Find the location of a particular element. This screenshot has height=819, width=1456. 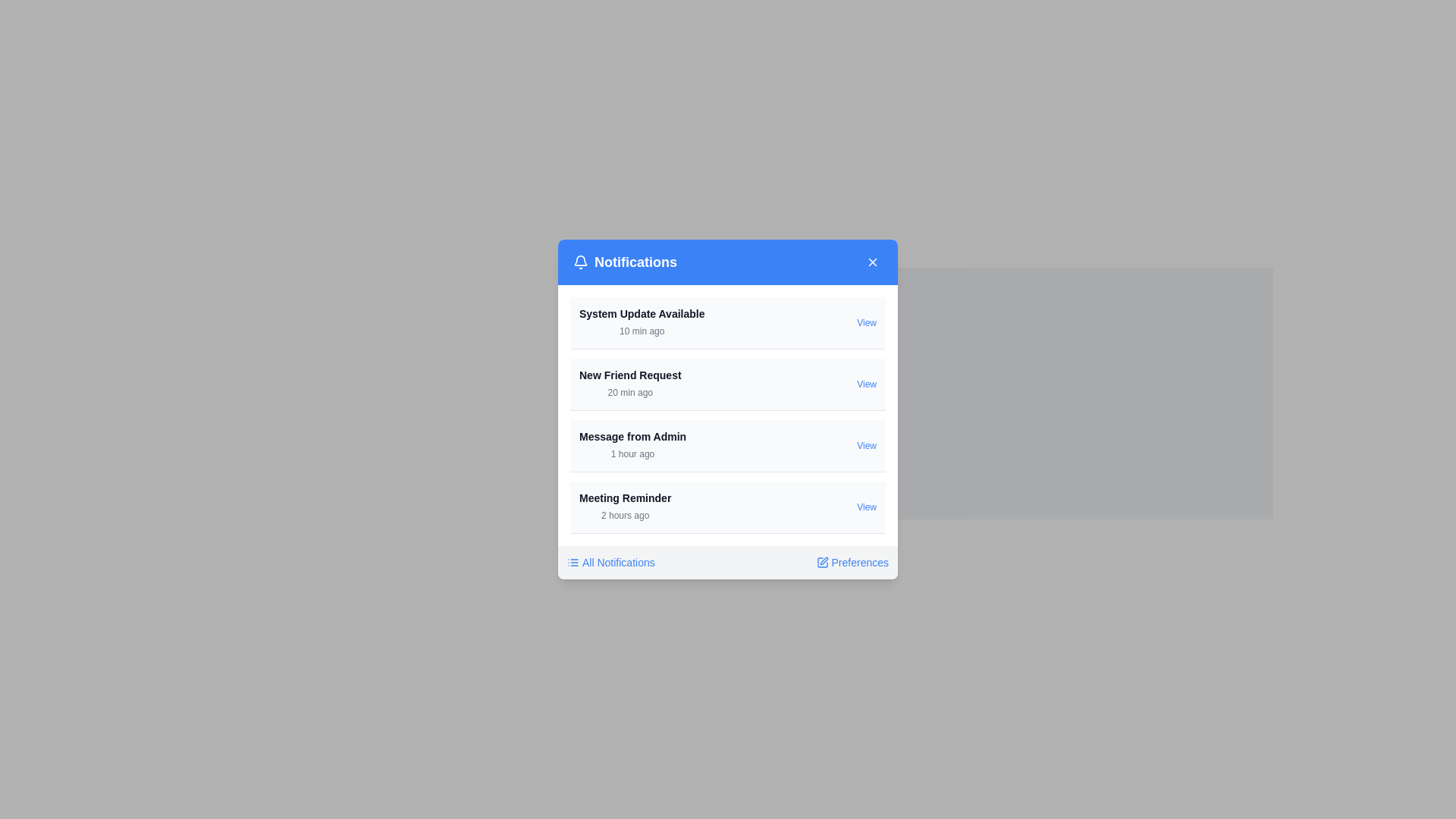

the bell-shaped icon in the notification header, which is located to the left of the title 'Notifications' is located at coordinates (580, 259).